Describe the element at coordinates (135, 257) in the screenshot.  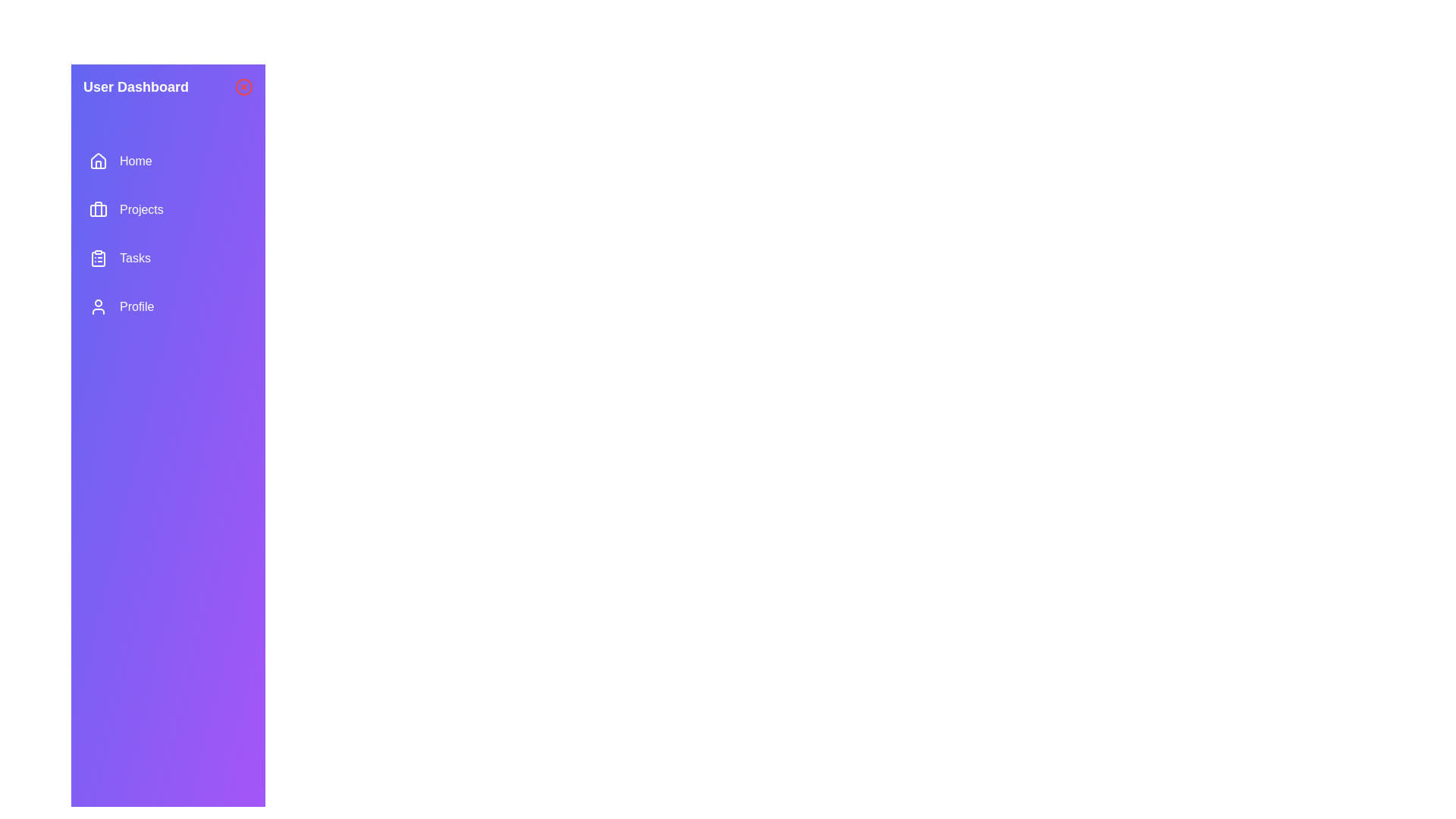
I see `the 'Tasks' text label located in the navigation menu, which is the third item in a vertical list, aligned next to a clipboard icon` at that location.